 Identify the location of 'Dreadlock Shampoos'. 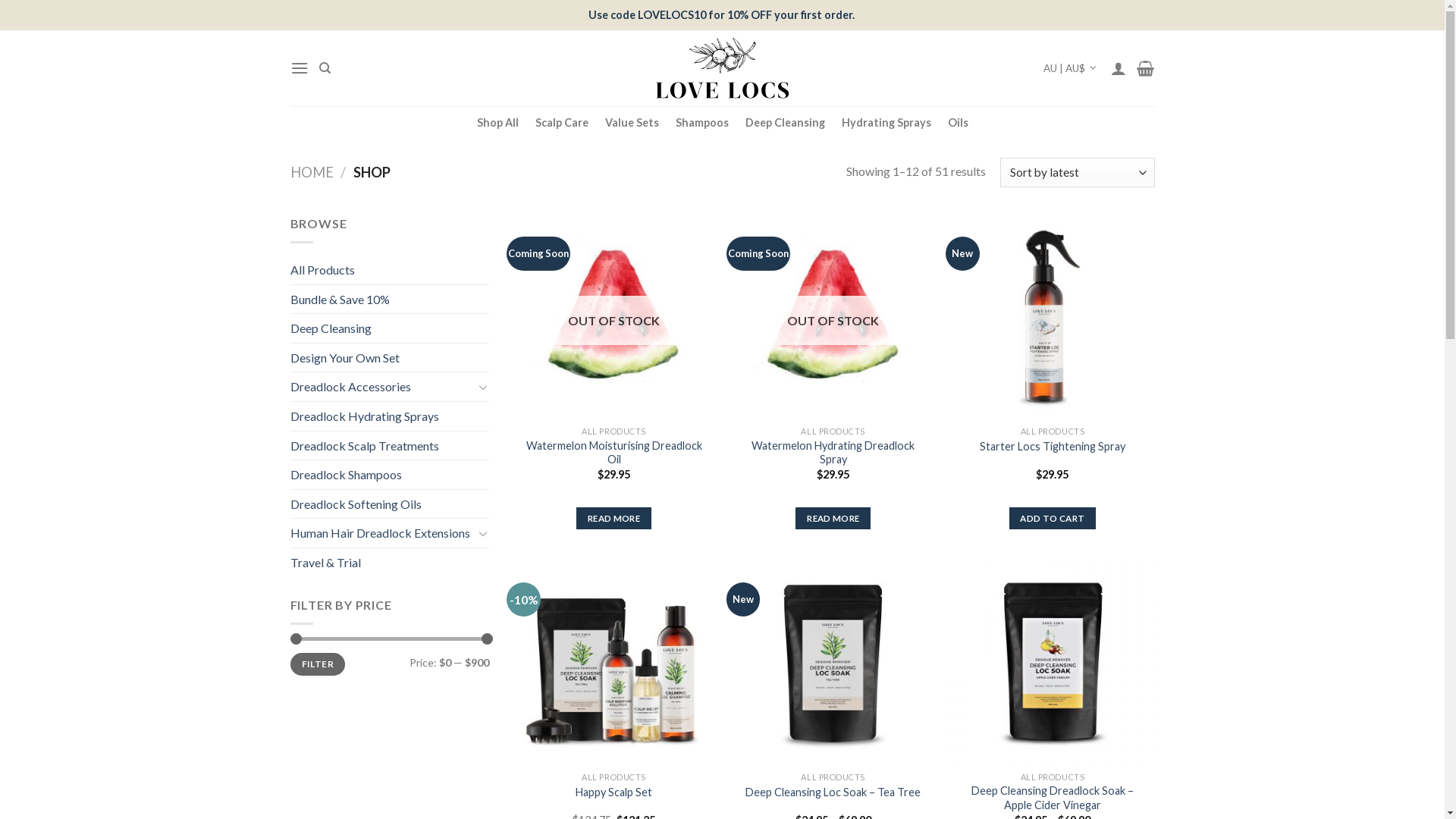
(389, 473).